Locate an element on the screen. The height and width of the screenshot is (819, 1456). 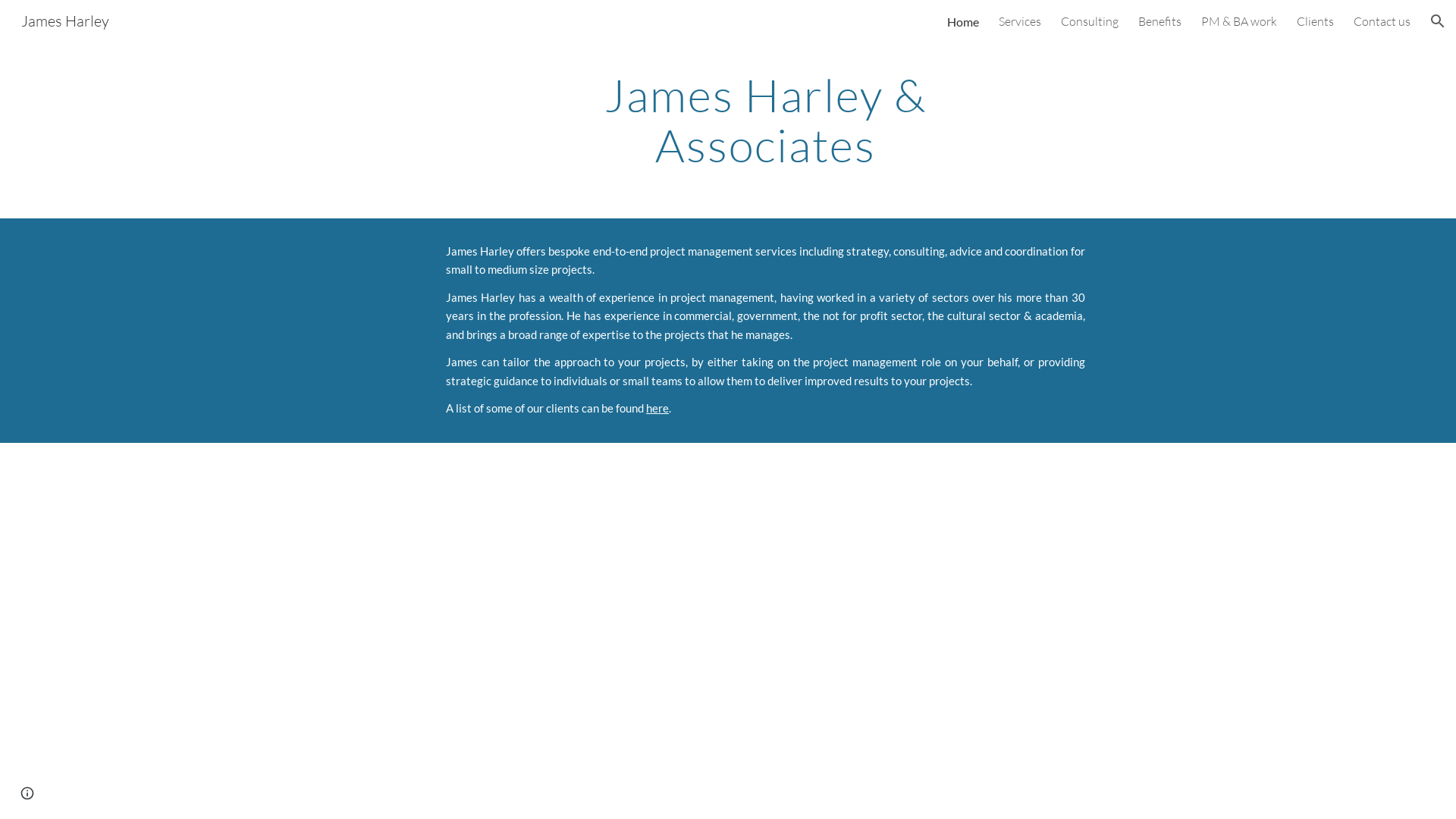
'James Harley' is located at coordinates (64, 19).